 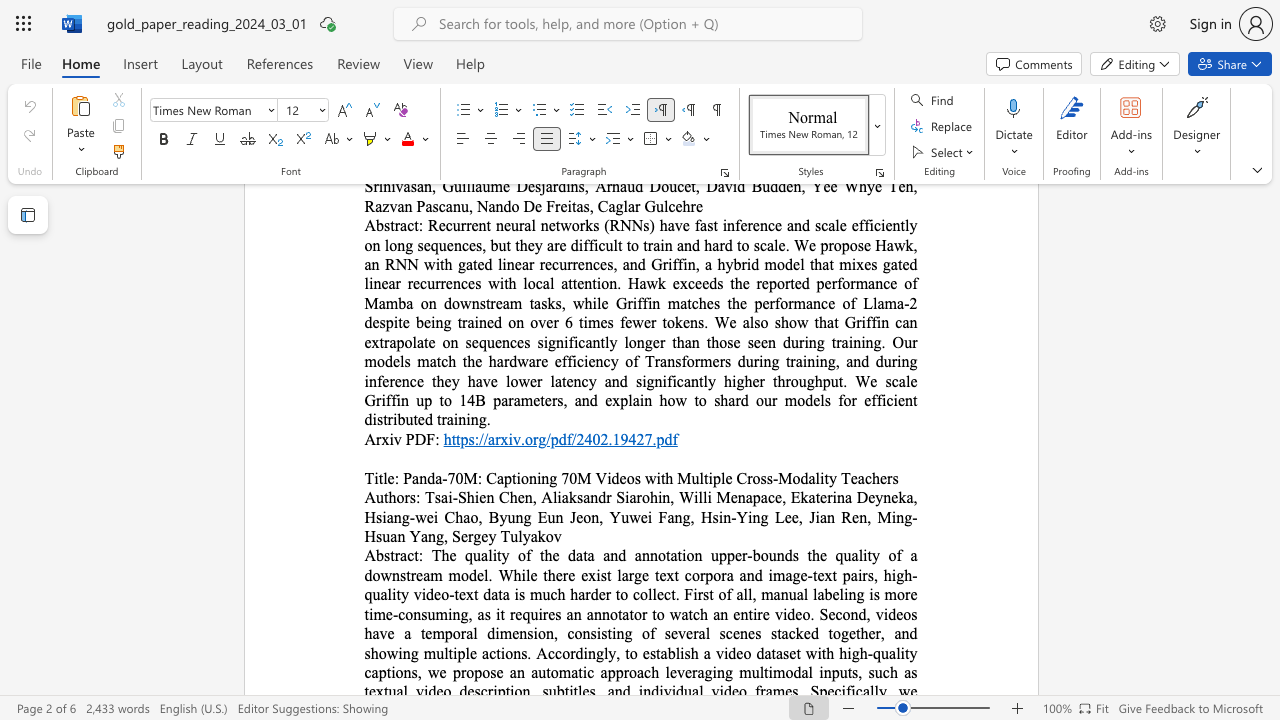 What do you see at coordinates (777, 478) in the screenshot?
I see `the subset text "Mo" within the text "Panda-70M: Captioning 70M Videos with Multiple Cross-Modality Teachers"` at bounding box center [777, 478].